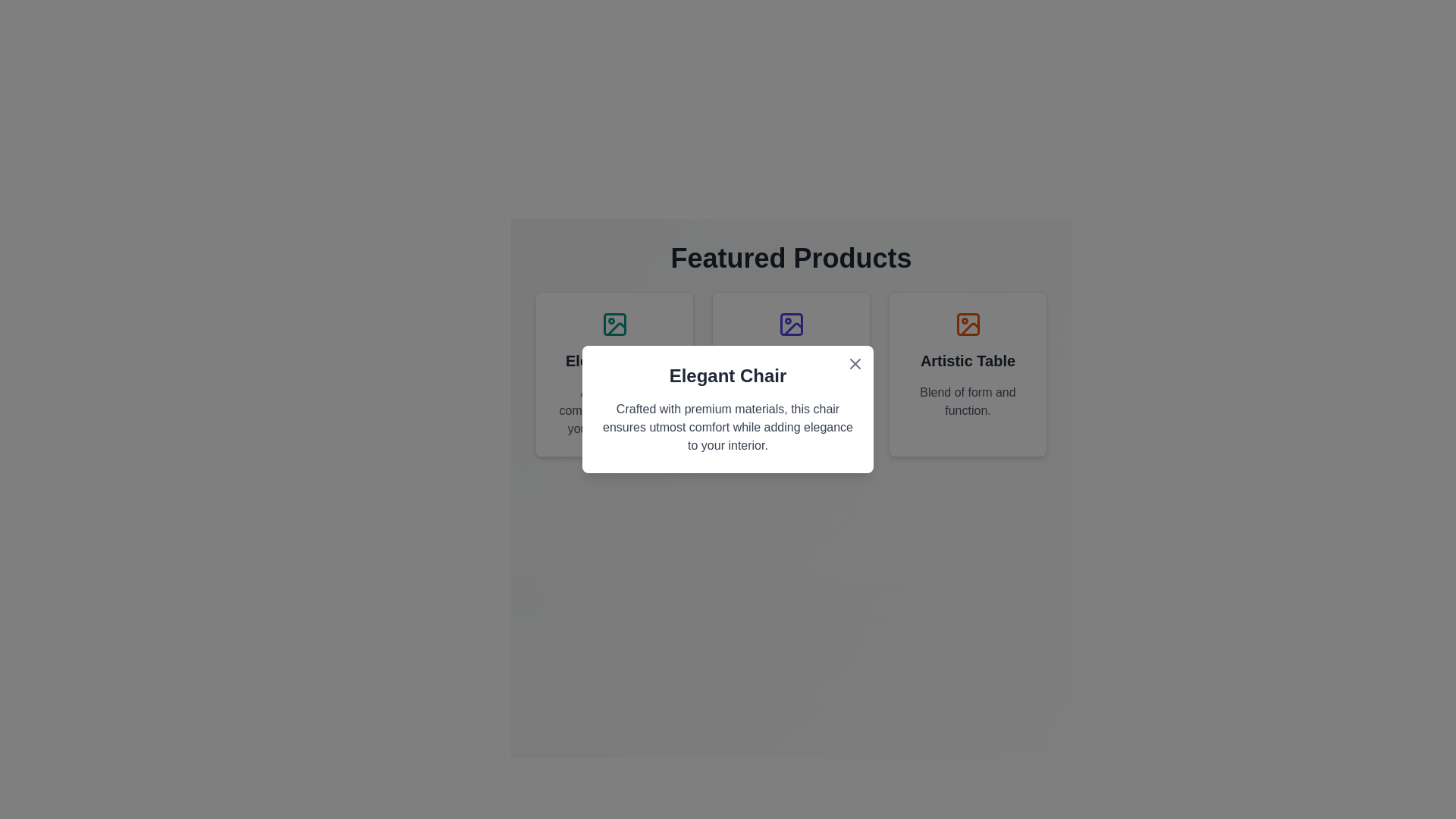  I want to click on the decorative graphical element located within the 'Artistic Table' icon, which is part of a set of three icons and occupies the top left region of the icon, so click(967, 324).